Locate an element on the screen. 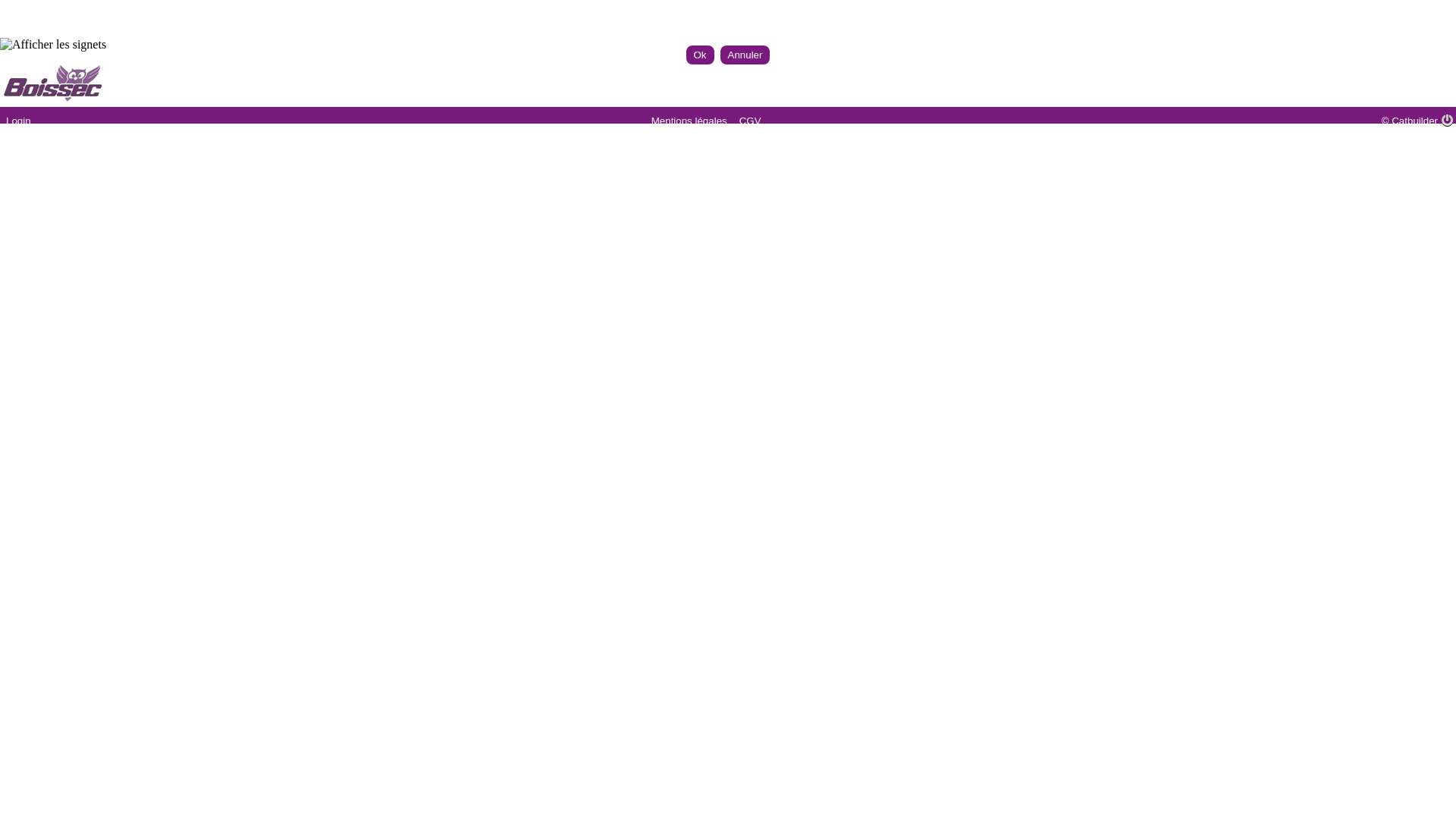 The height and width of the screenshot is (819, 1456). 'Afficher les signets' is located at coordinates (53, 43).